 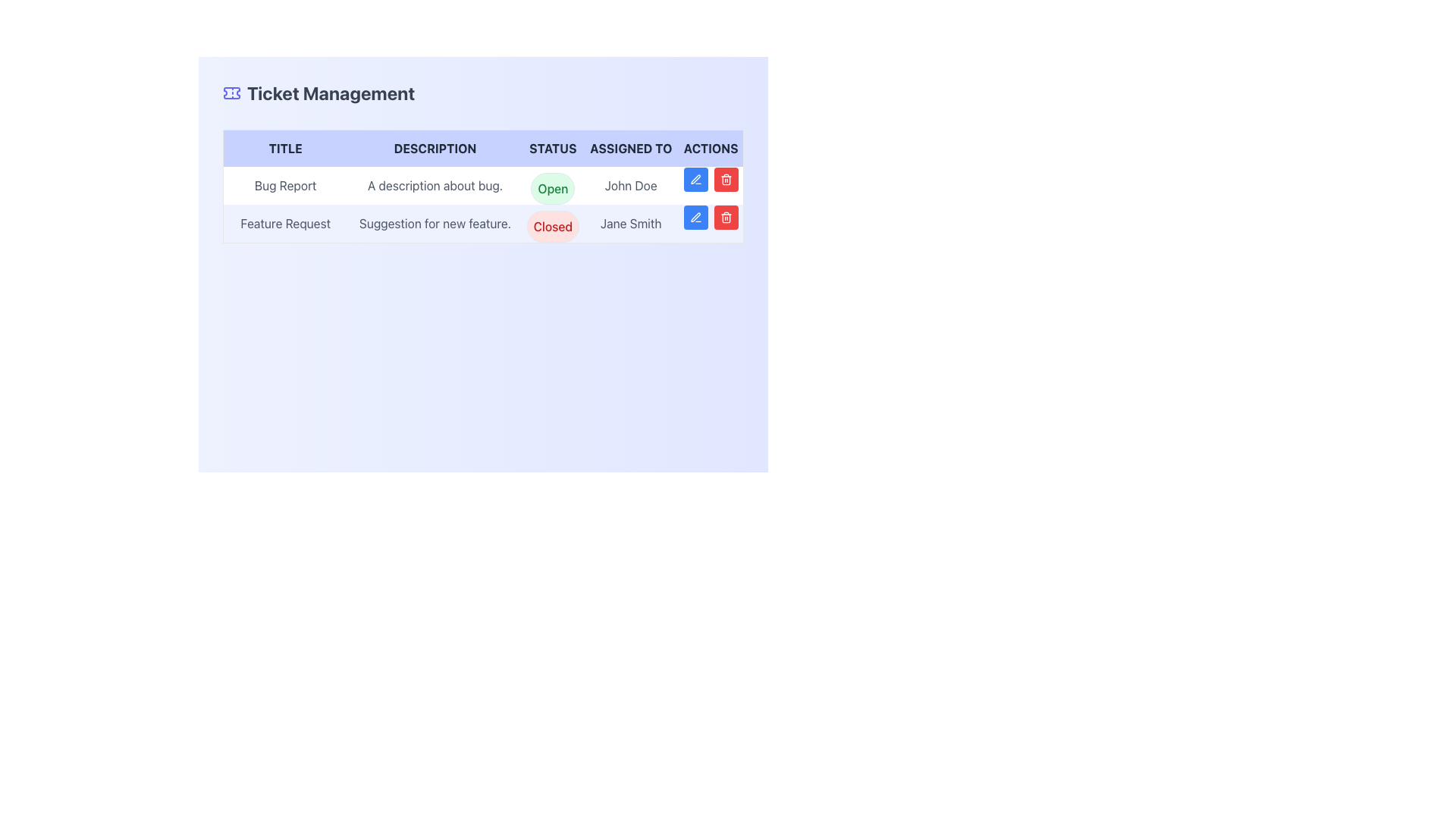 I want to click on the 'Actions' header label in the table, which is positioned to the right of the 'Assigned To' header, so click(x=710, y=148).